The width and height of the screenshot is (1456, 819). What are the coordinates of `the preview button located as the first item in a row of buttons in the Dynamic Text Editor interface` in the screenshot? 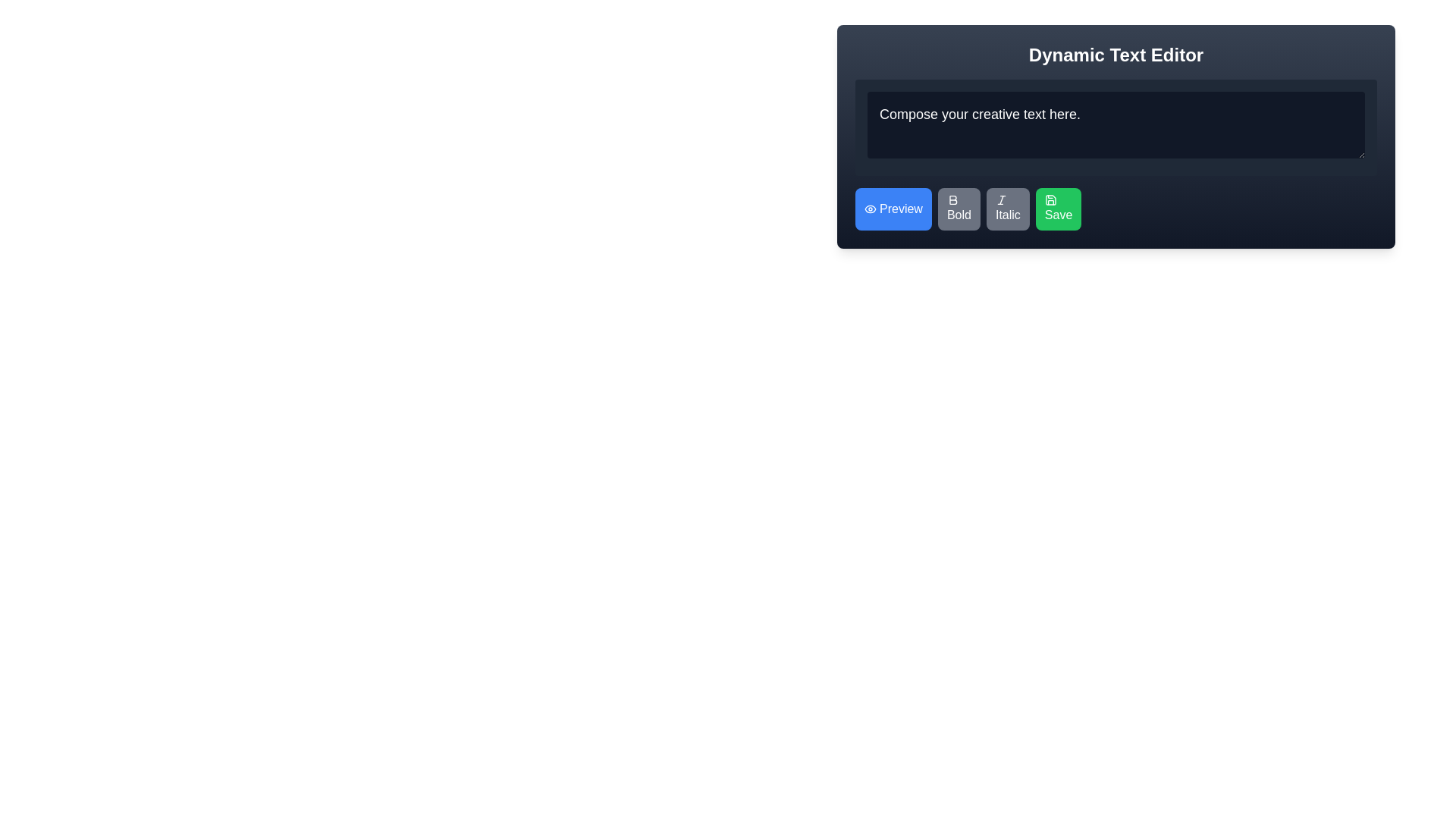 It's located at (893, 209).